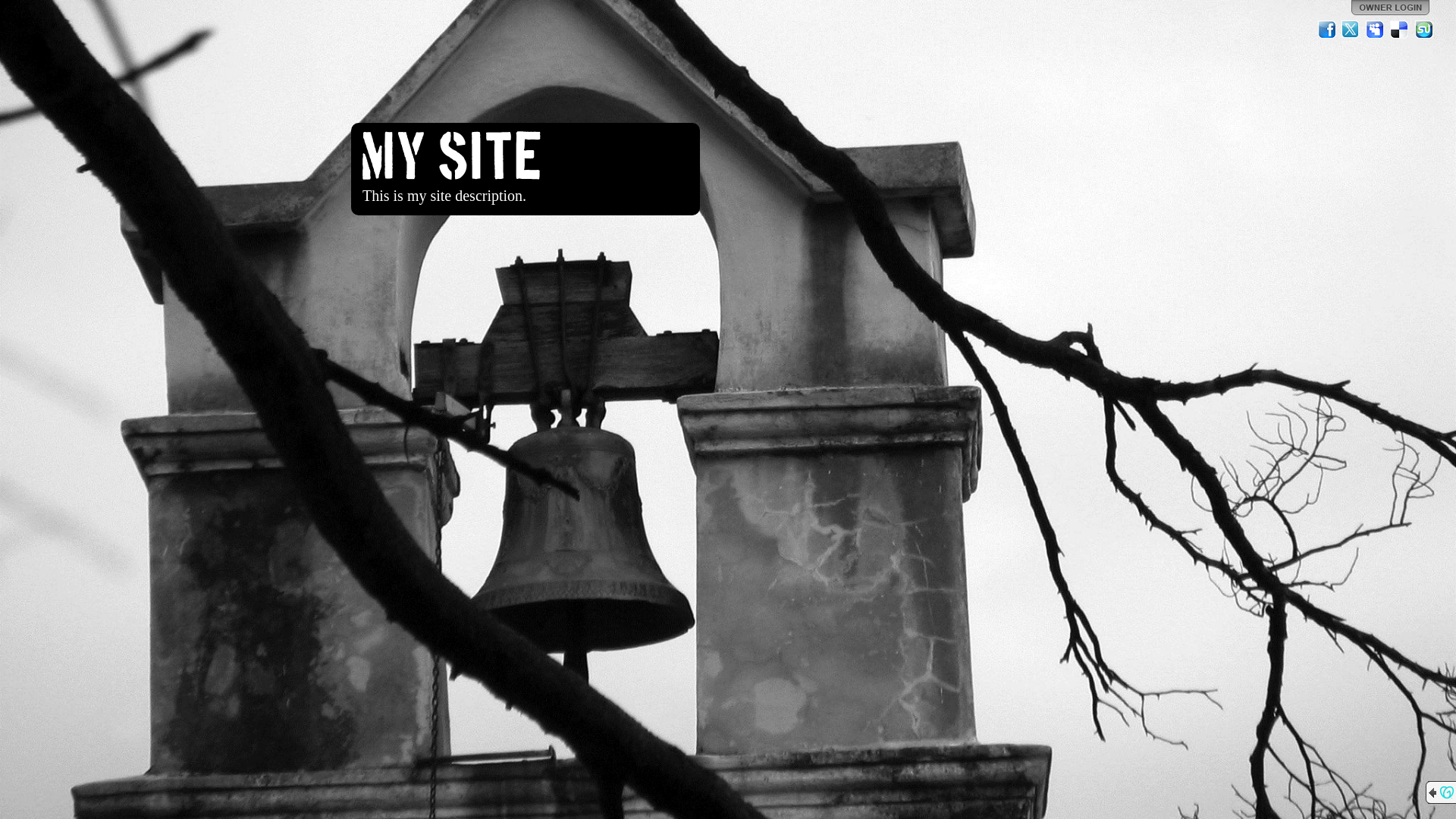 This screenshot has width=1456, height=819. Describe the element at coordinates (1412, 29) in the screenshot. I see `'StumbleUpon'` at that location.